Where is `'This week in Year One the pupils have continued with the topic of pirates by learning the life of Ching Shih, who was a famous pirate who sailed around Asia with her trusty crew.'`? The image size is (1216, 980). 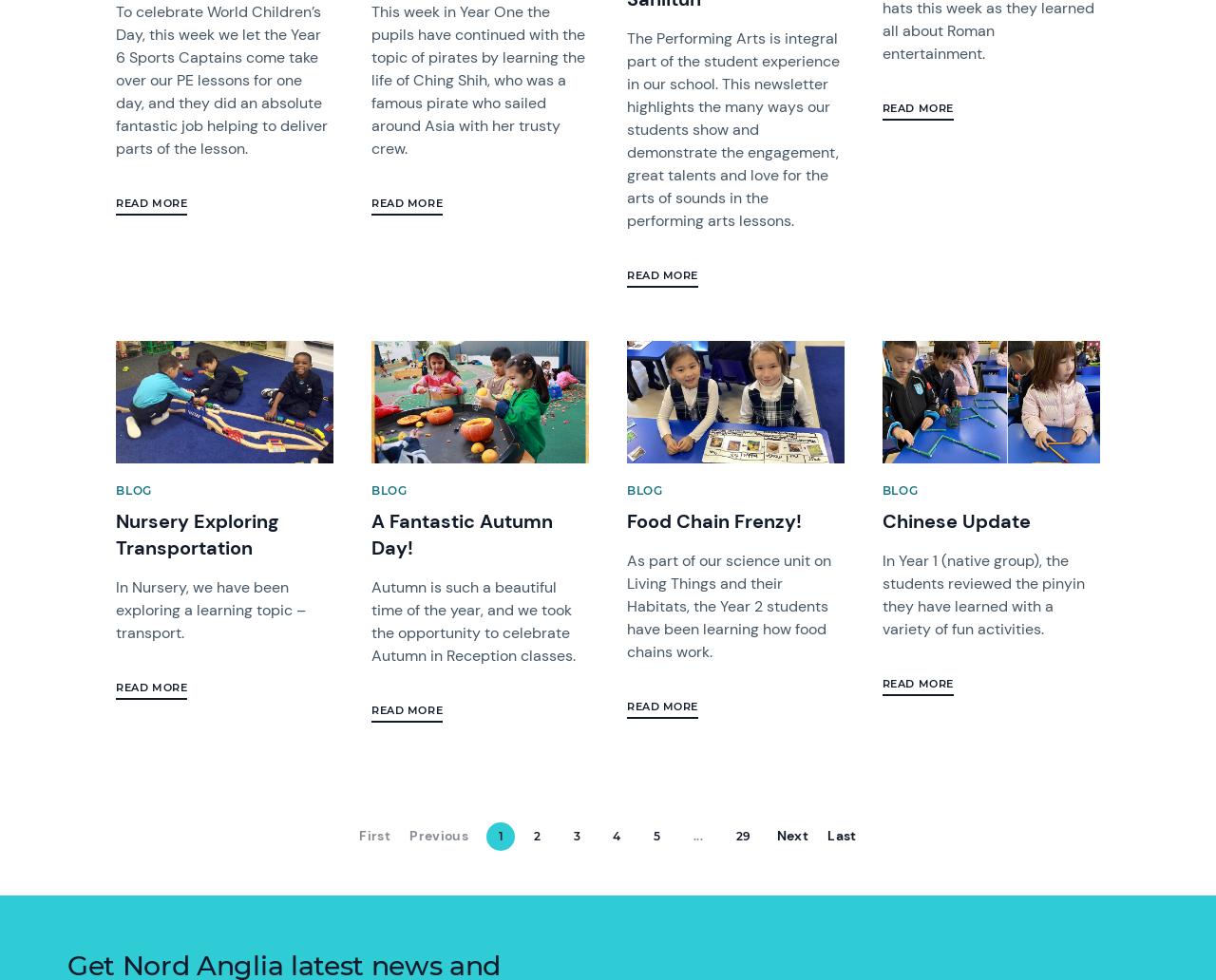
'This week in Year One the pupils have continued with the topic of pirates by learning the life of Ching Shih, who was a famous pirate who sailed around Asia with her trusty crew.' is located at coordinates (478, 80).